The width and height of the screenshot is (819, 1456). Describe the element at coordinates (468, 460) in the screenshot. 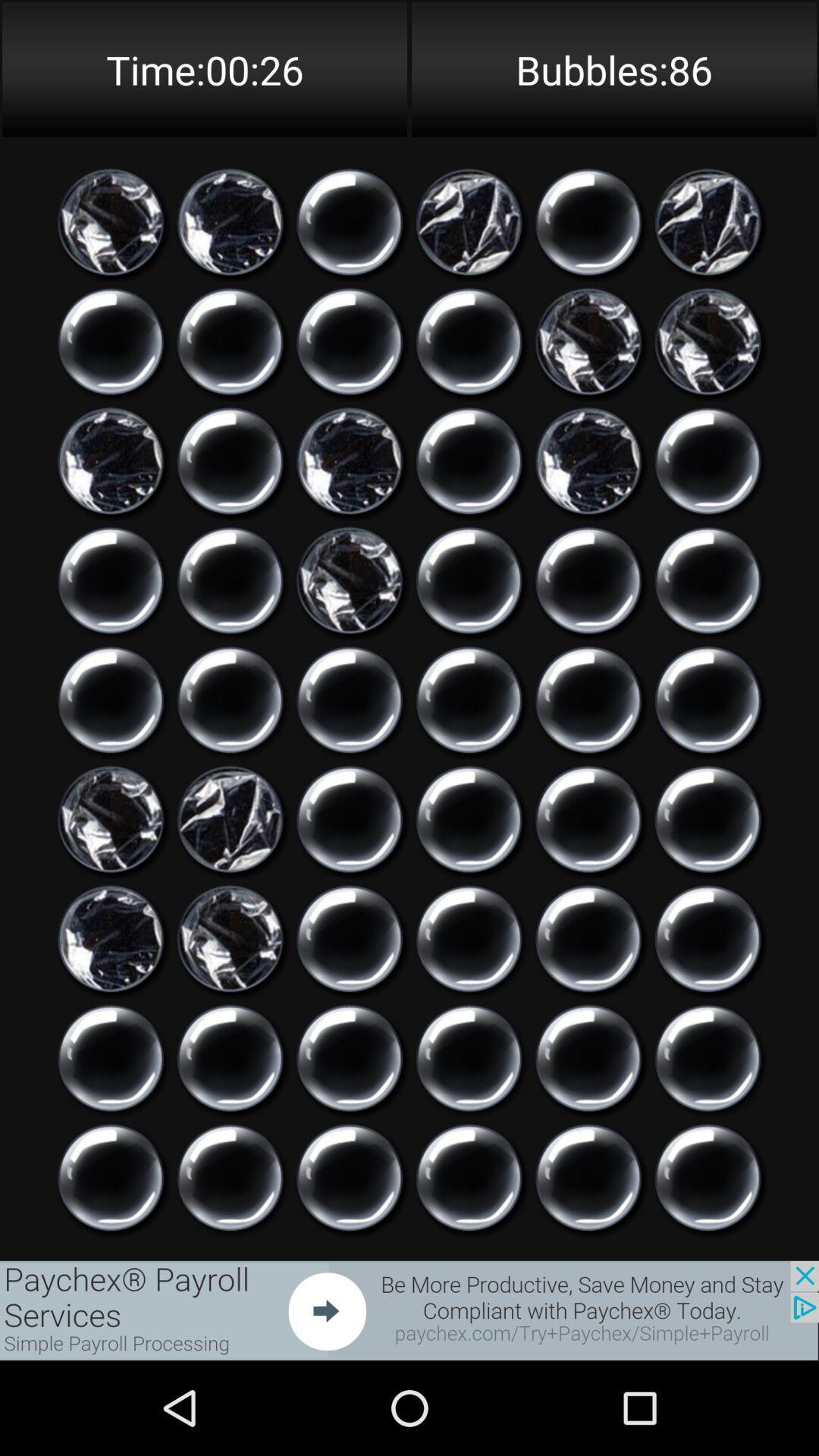

I see `pop the given bubble` at that location.